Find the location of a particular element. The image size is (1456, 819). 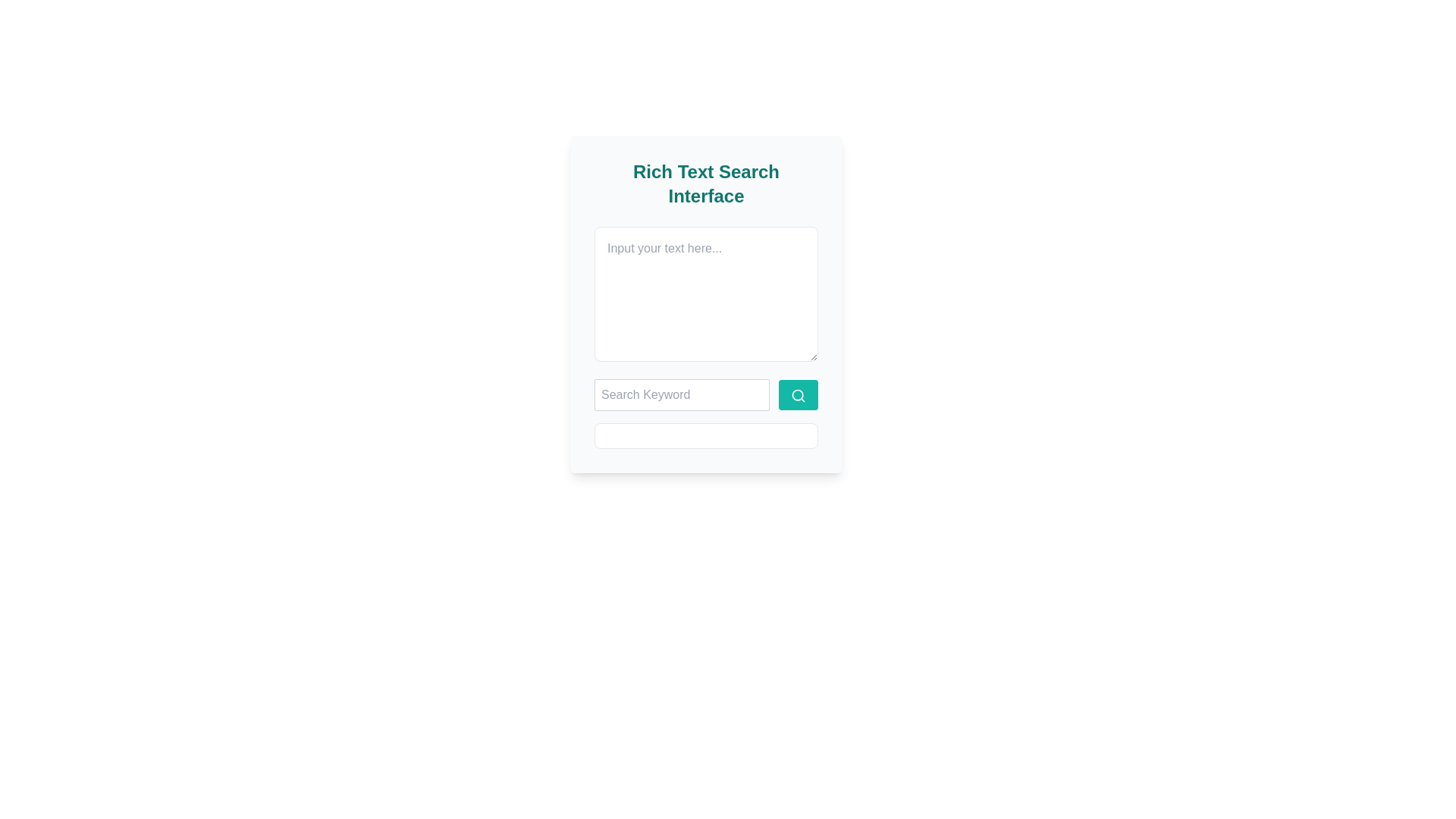

the primary circular decorative element inside the magnifying glass icon, located to the right of the 'Search Keyword' input field is located at coordinates (797, 394).